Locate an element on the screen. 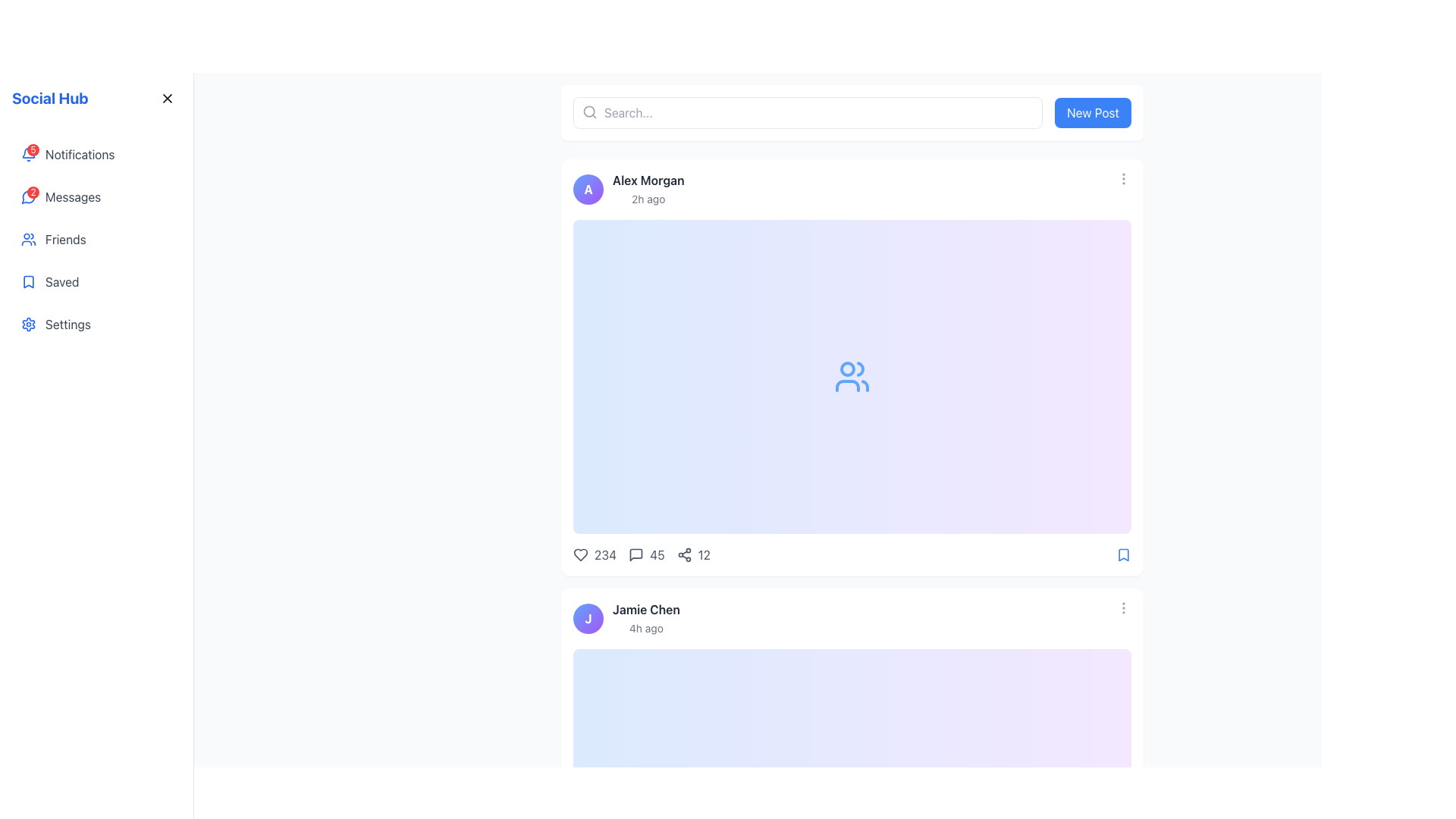 This screenshot has width=1456, height=819. the static text displaying the count of 'likes' for the associated post, located to the immediate right of a heart-shaped icon, which is non-interactive and serves an informational purpose is located at coordinates (604, 555).